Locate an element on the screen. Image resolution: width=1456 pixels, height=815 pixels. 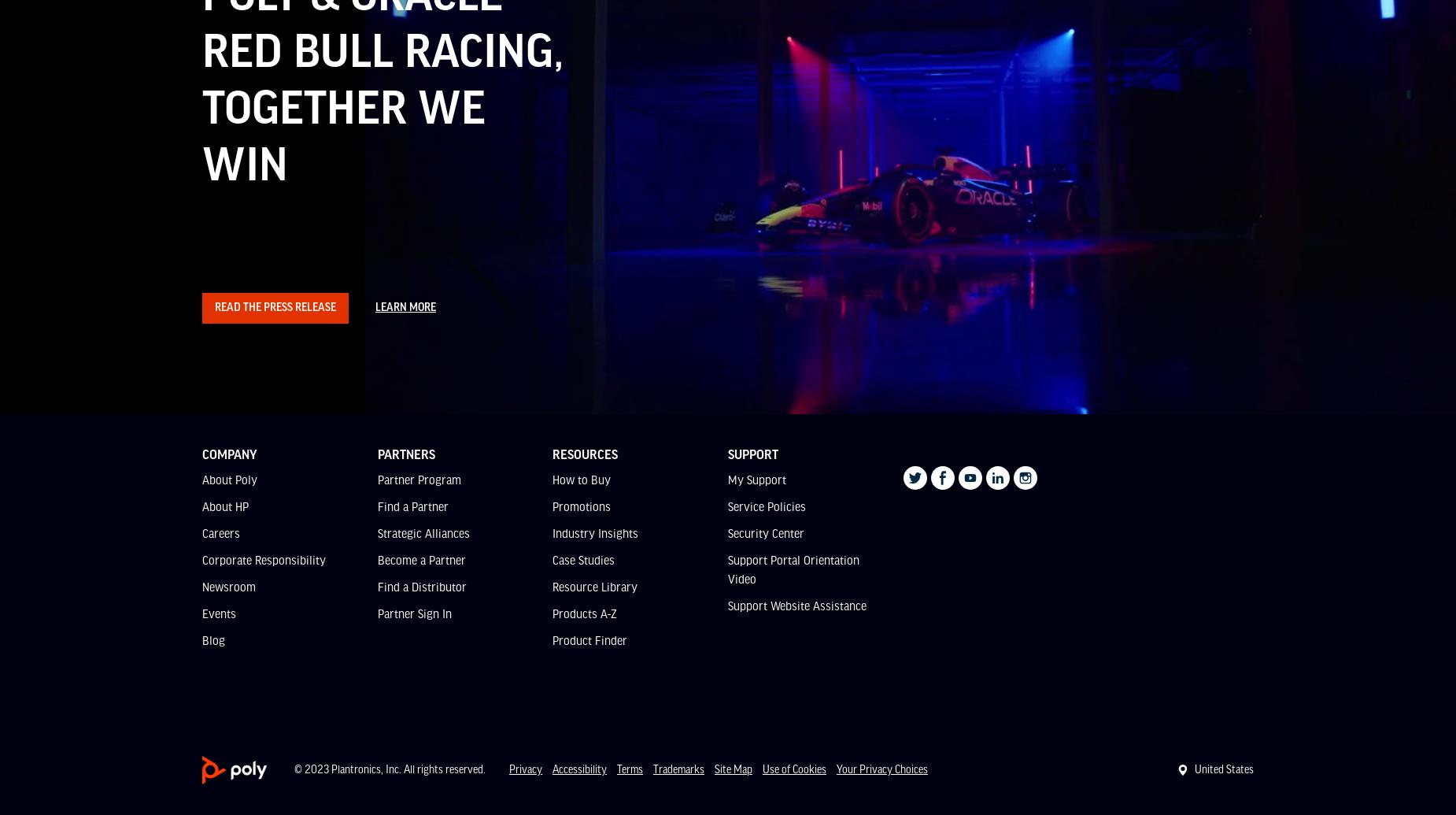
'Products A-Z' is located at coordinates (584, 613).